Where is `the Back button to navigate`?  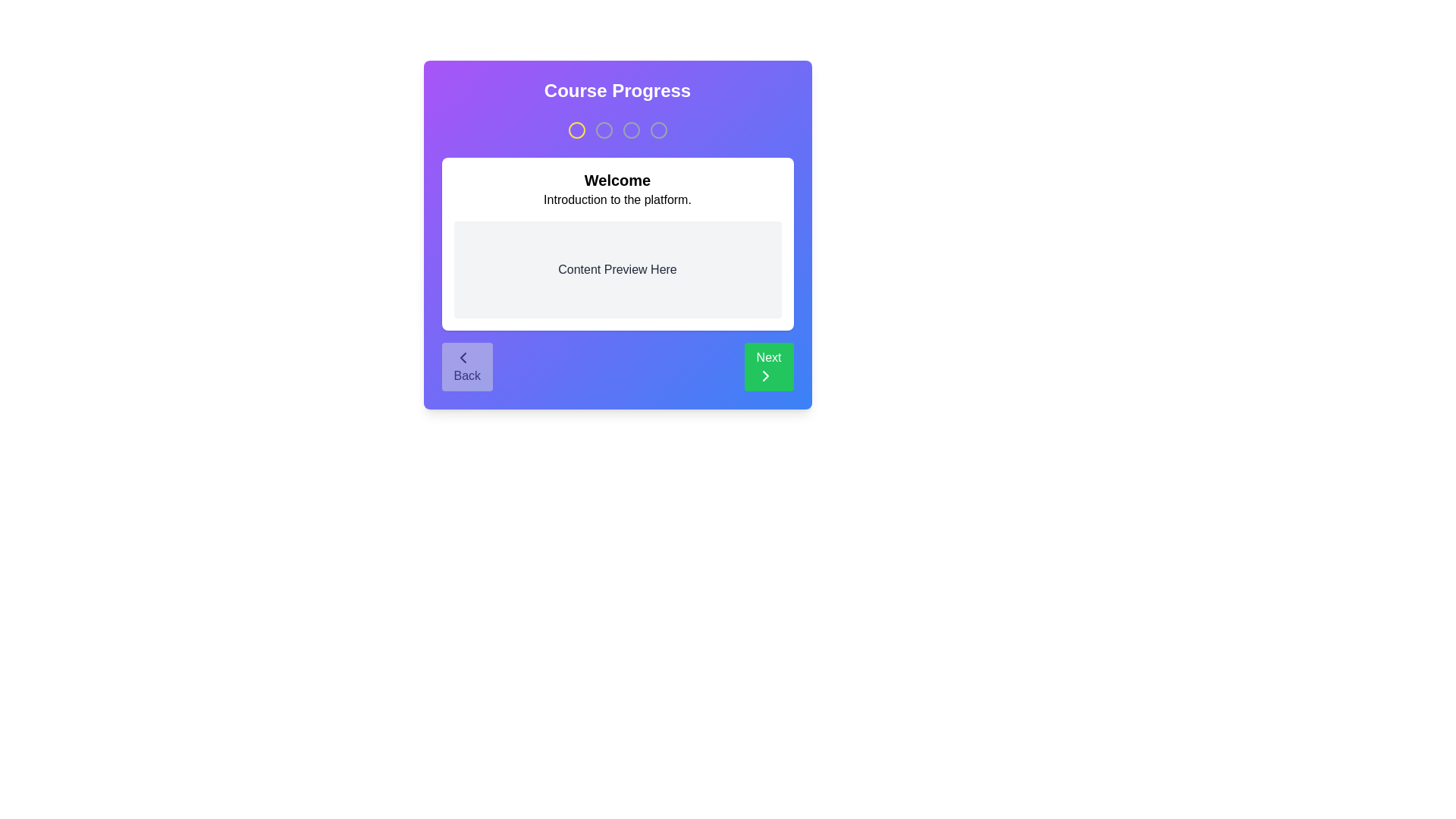
the Back button to navigate is located at coordinates (466, 366).